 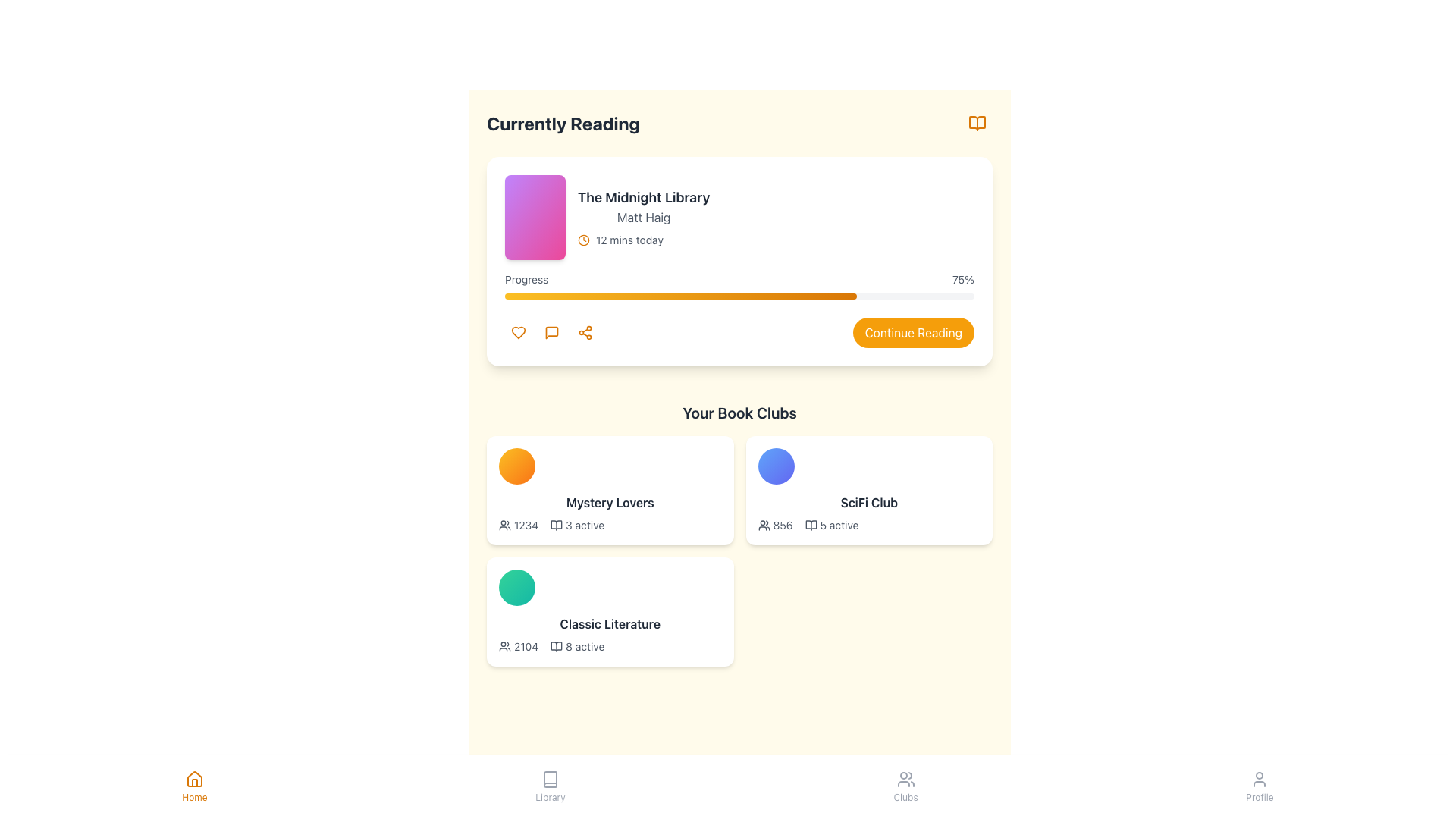 I want to click on the element that consists of an open book icon followed by the text '3 active' in a small gray font, located in the 'Your Book Clubs' section under the 'Mystery Lovers' card, so click(x=576, y=525).